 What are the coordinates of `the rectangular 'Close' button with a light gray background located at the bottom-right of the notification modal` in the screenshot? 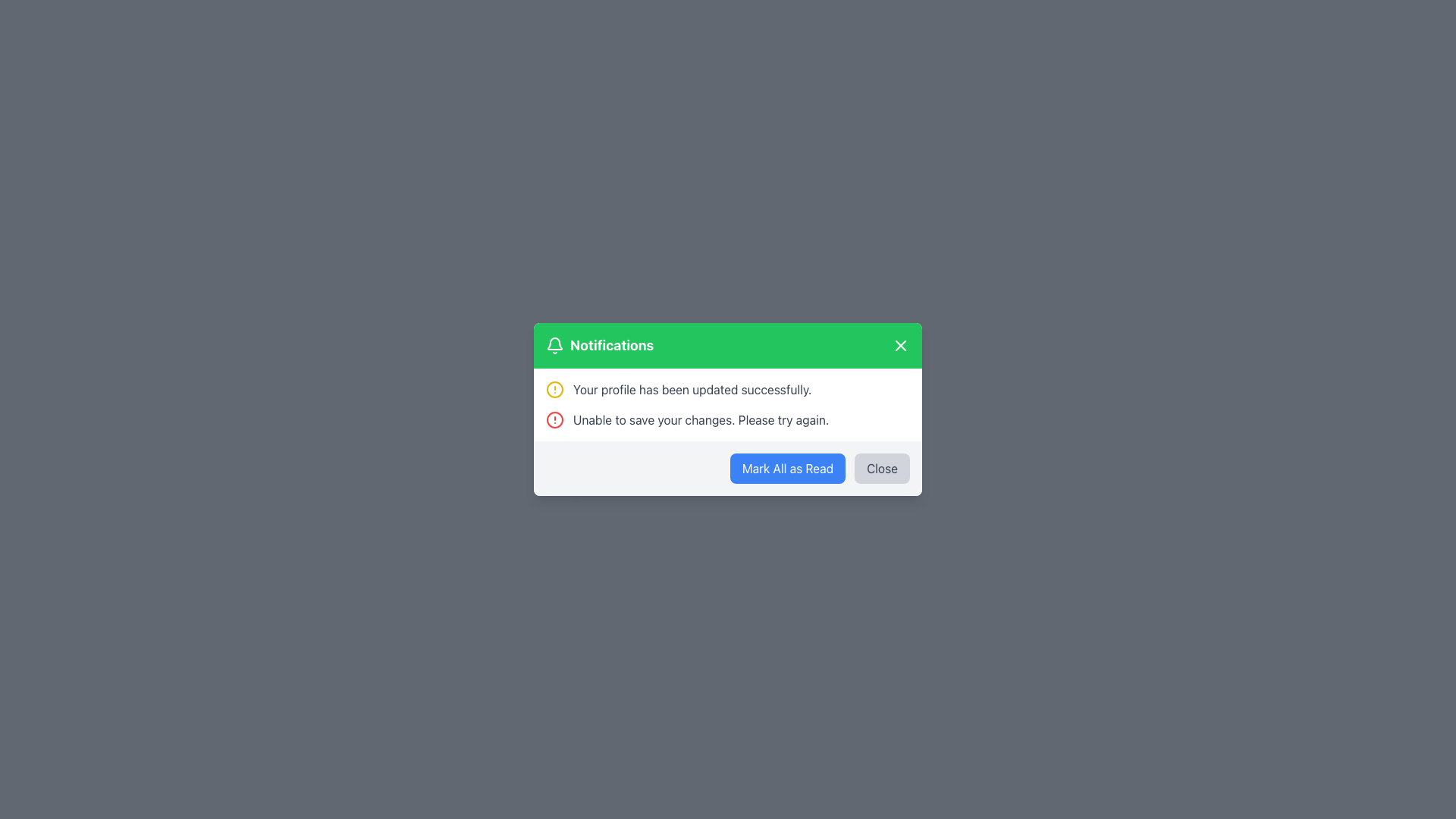 It's located at (882, 467).